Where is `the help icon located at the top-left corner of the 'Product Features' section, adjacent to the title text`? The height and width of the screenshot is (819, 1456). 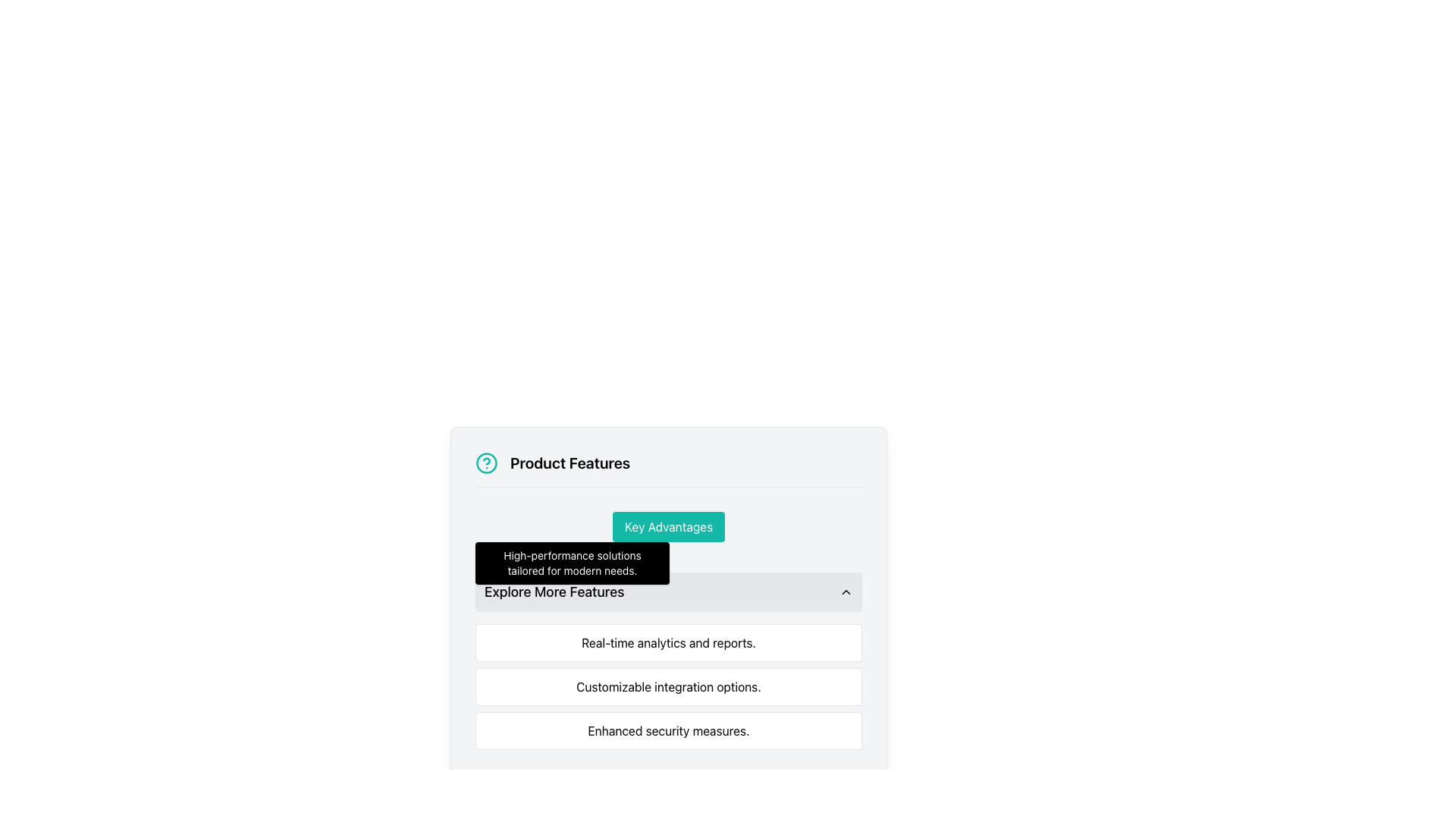
the help icon located at the top-left corner of the 'Product Features' section, adjacent to the title text is located at coordinates (487, 462).